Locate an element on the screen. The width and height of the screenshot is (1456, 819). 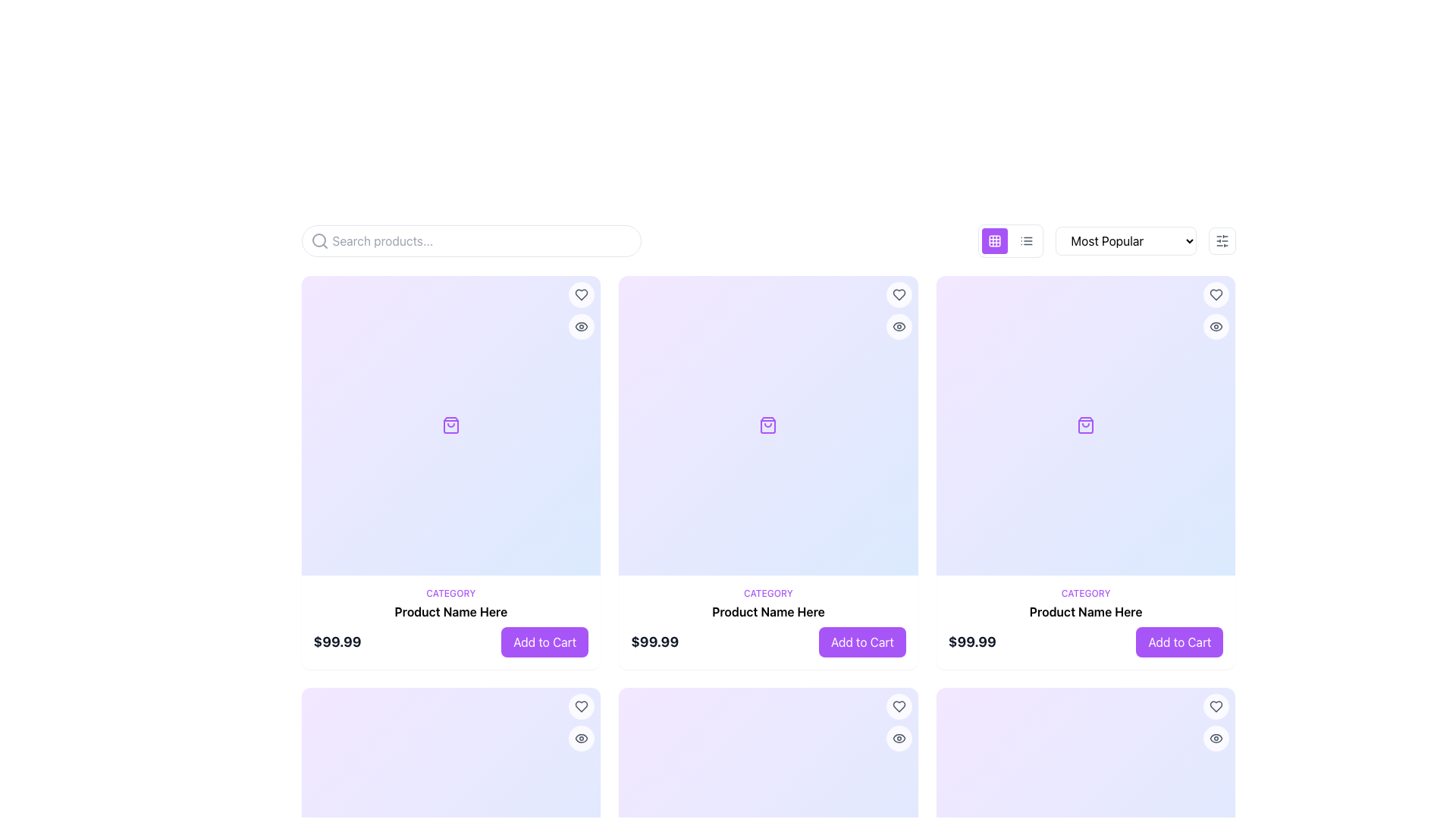
product name 'Product Name Here' and the price '$99.99' from the product display segment within the card located in the second column of the first row of the grid layout is located at coordinates (768, 622).